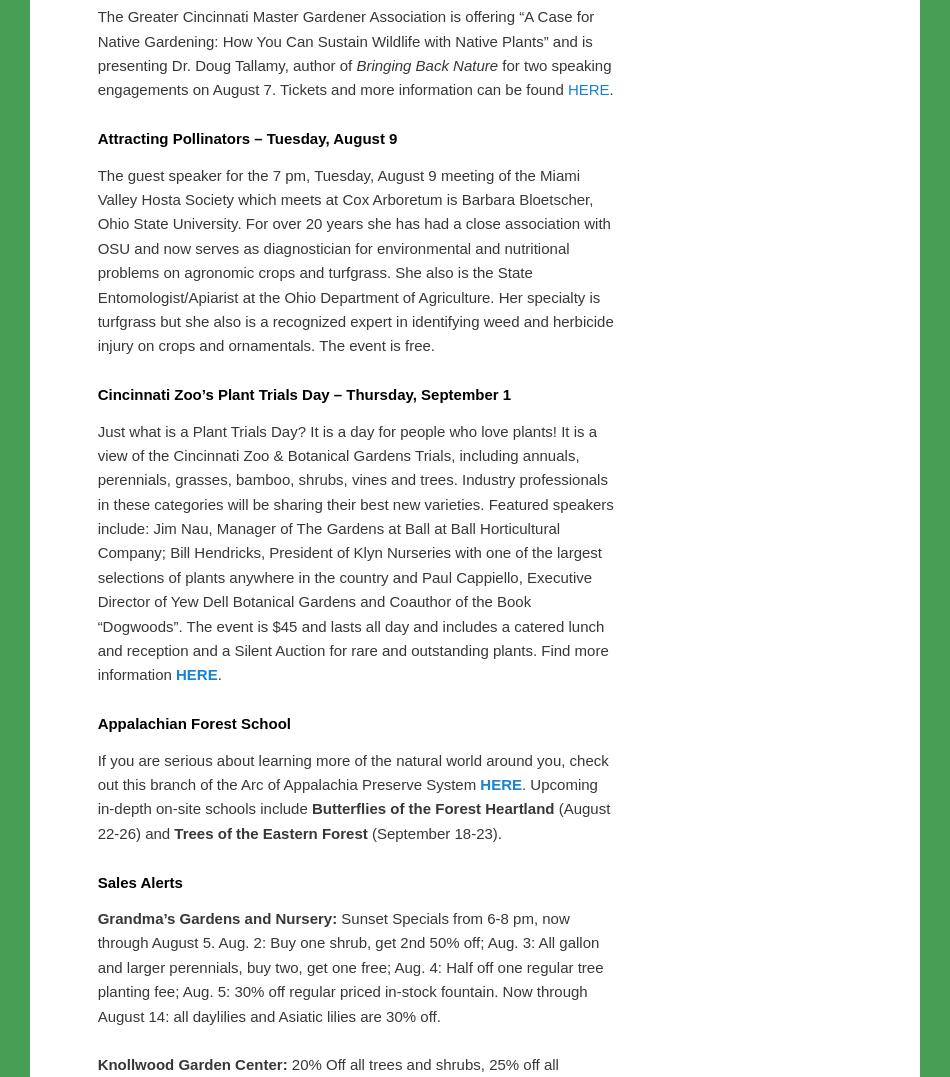 Image resolution: width=950 pixels, height=1077 pixels. Describe the element at coordinates (96, 556) in the screenshot. I see `'Attracting Pollinators – Tuesday, August 9'` at that location.